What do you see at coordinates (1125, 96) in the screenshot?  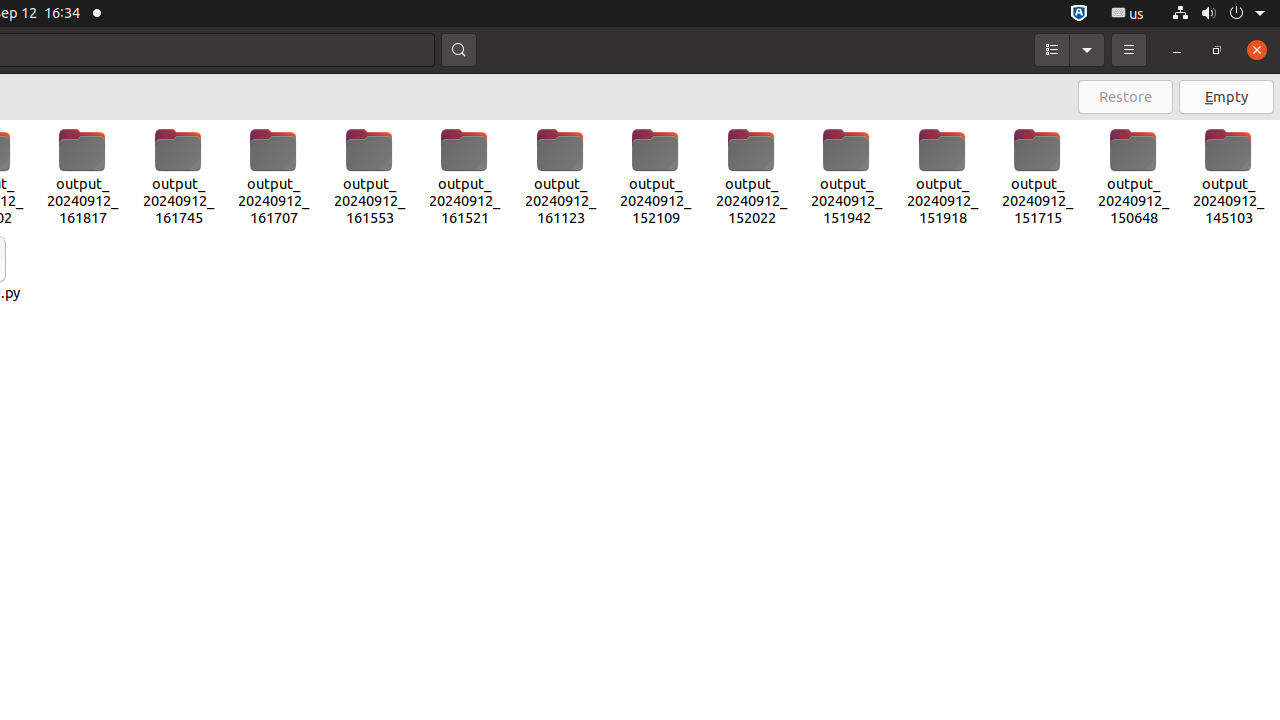 I see `'Restore'` at bounding box center [1125, 96].